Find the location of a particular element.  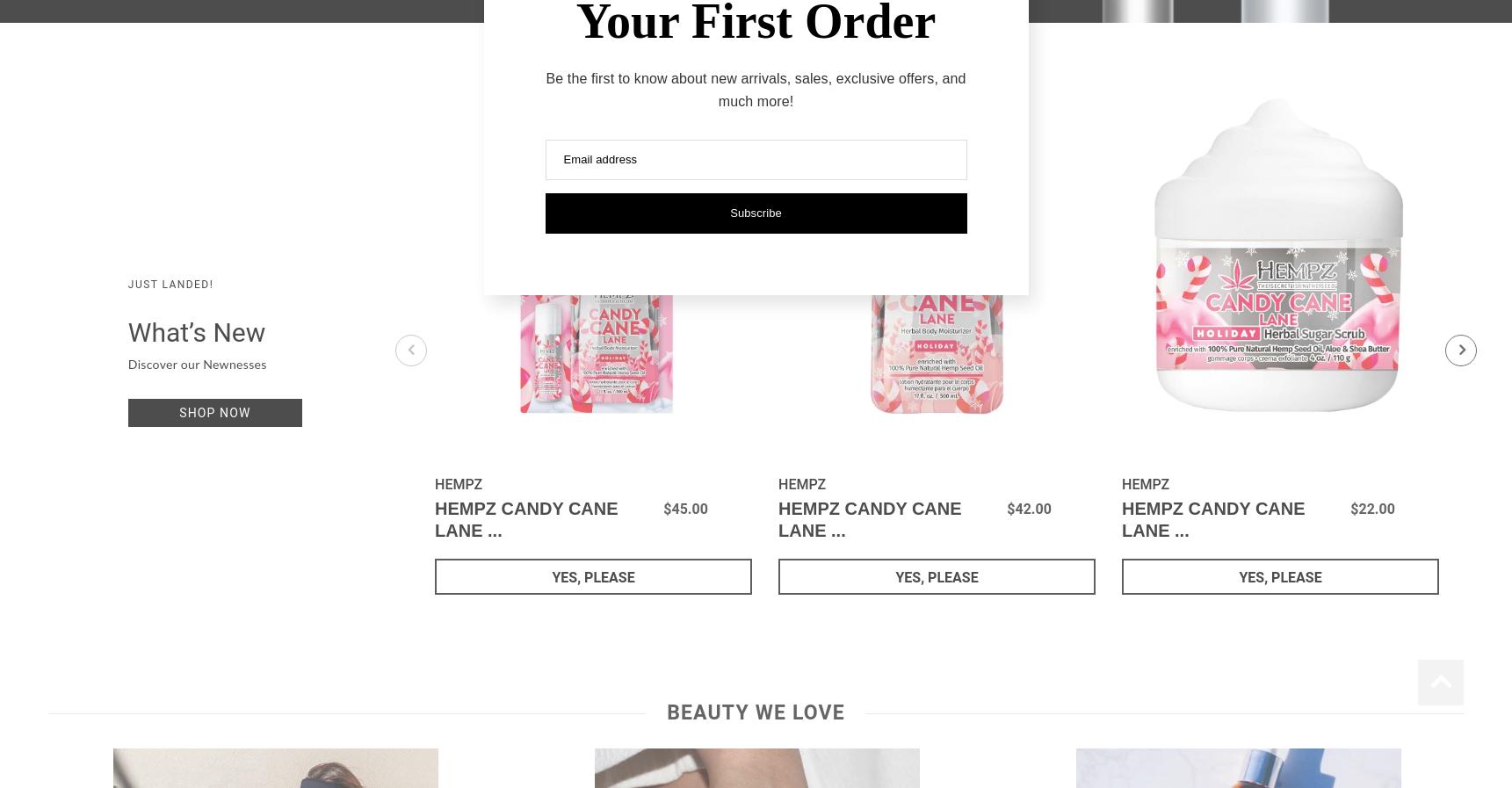

'TRI' is located at coordinates (1054, 40).